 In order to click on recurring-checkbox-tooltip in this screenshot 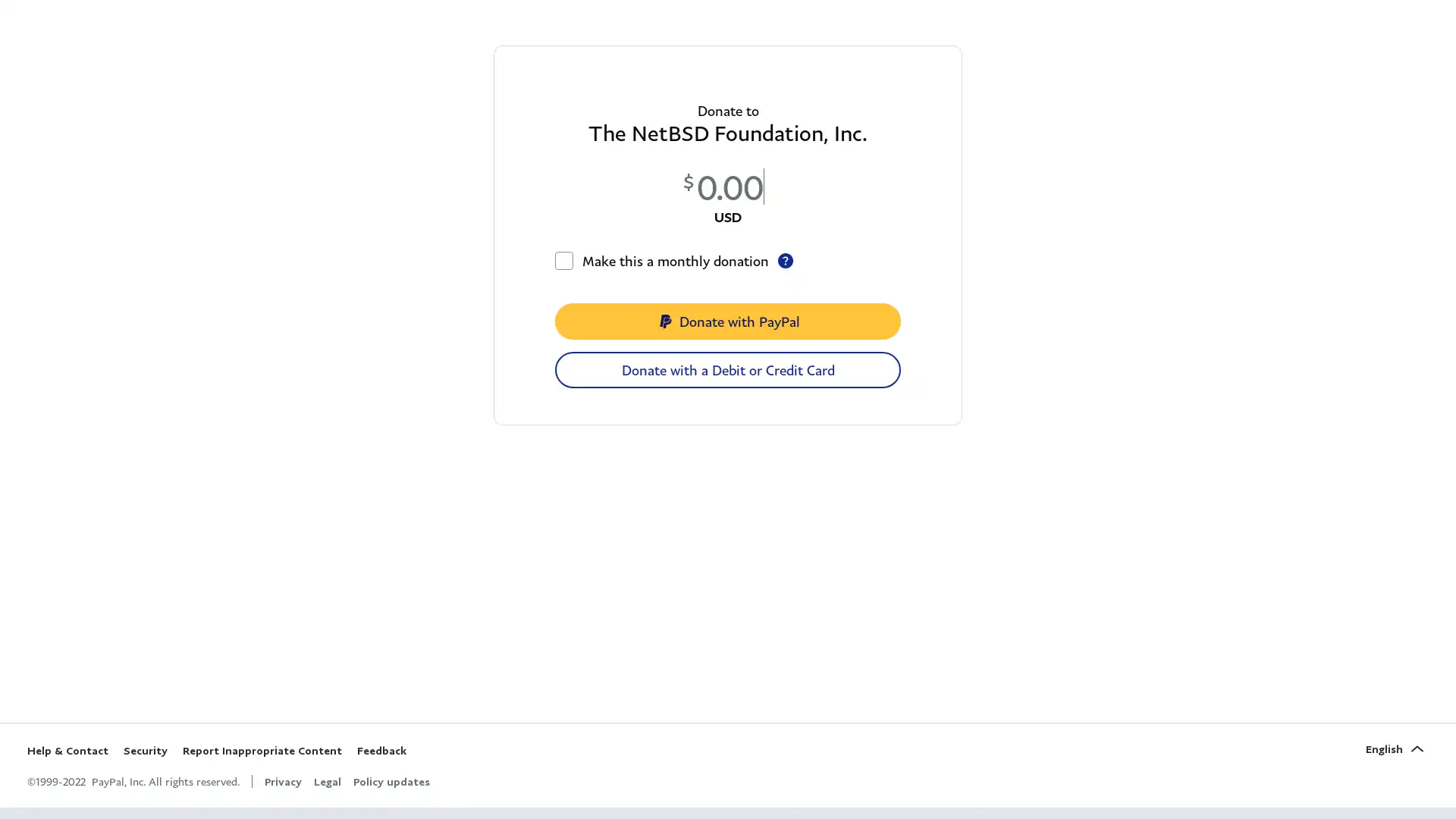, I will do `click(786, 259)`.